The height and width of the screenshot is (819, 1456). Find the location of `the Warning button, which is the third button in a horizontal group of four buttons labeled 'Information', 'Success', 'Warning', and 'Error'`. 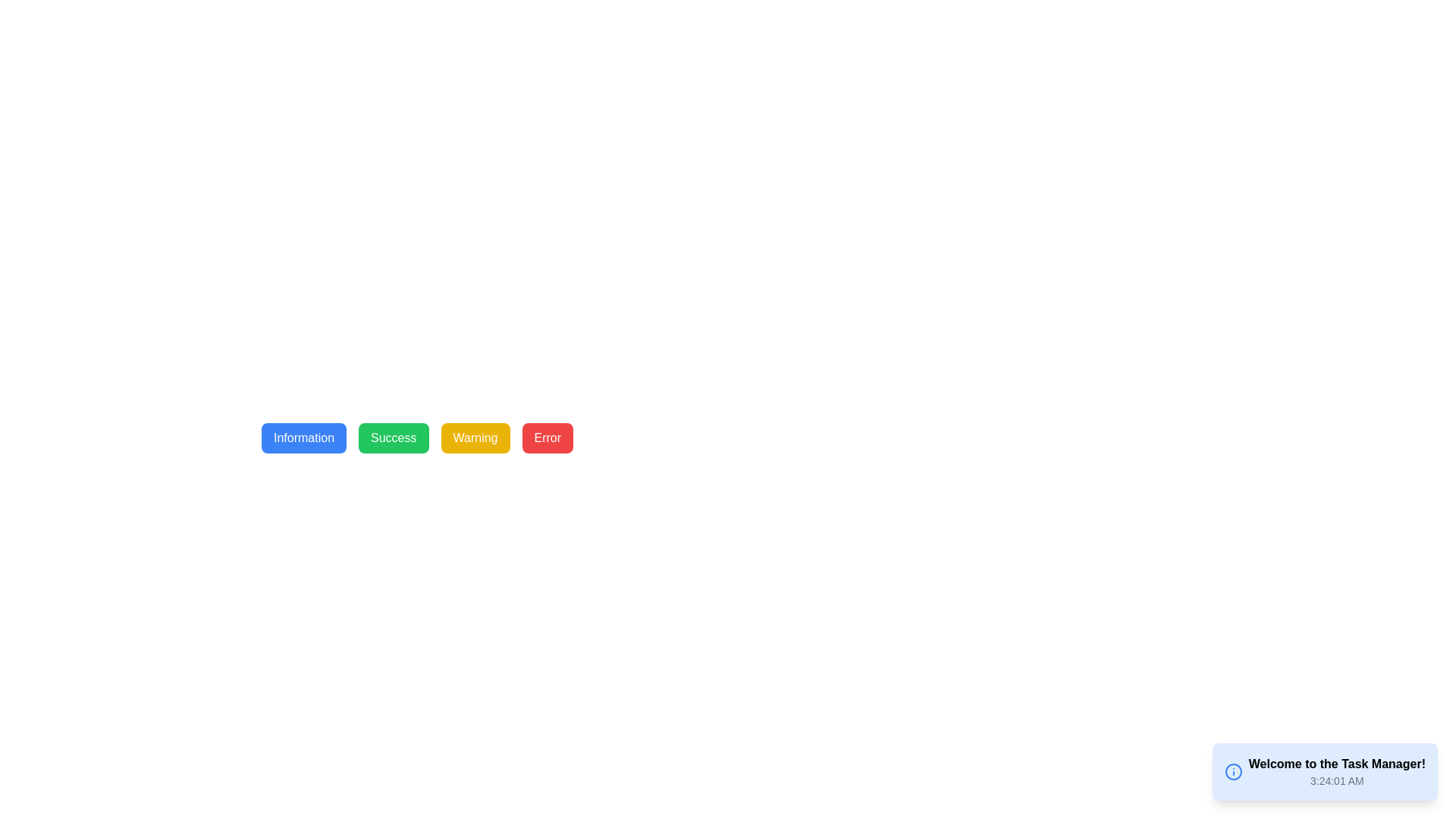

the Warning button, which is the third button in a horizontal group of four buttons labeled 'Information', 'Success', 'Warning', and 'Error' is located at coordinates (475, 438).